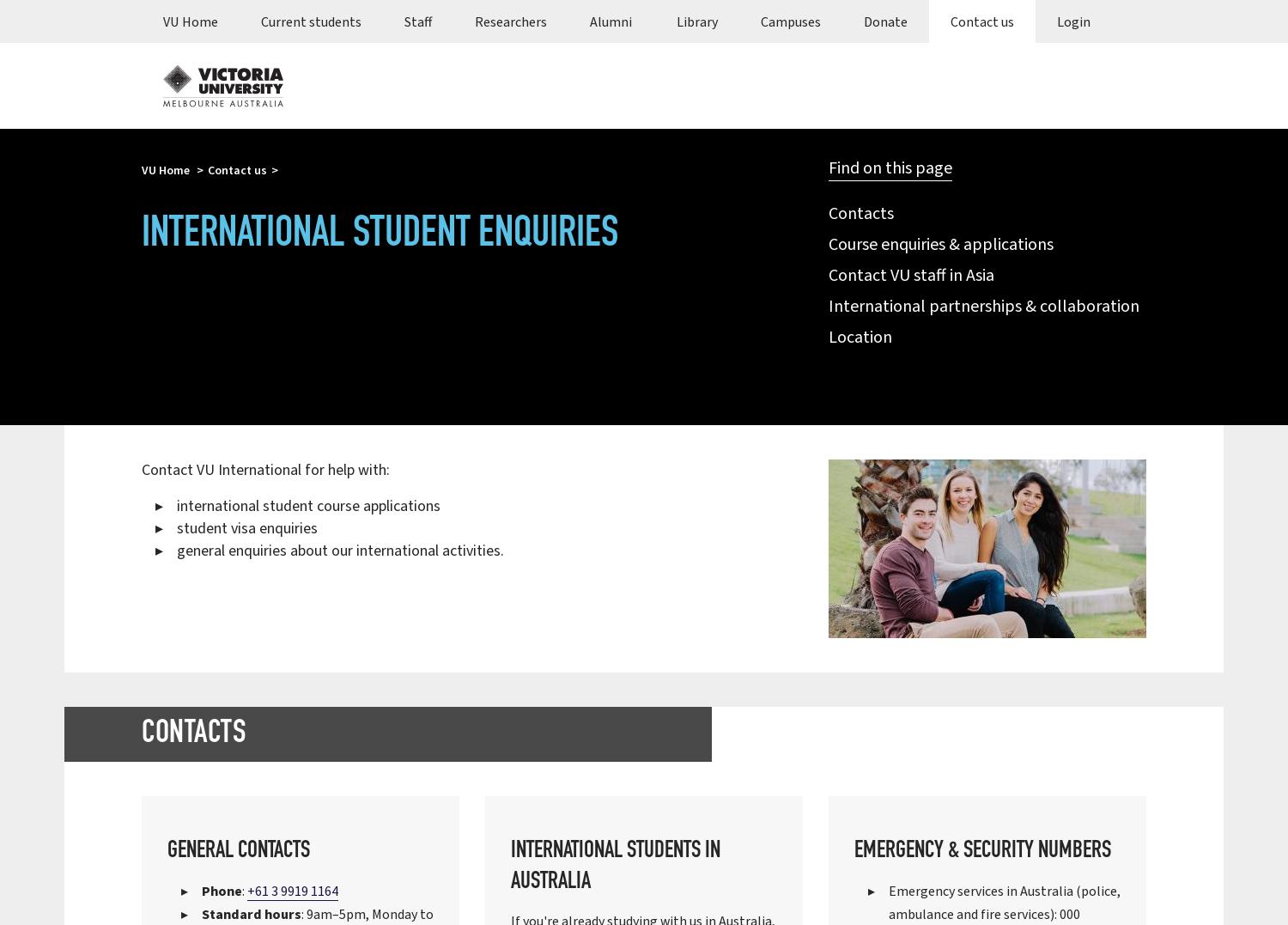  Describe the element at coordinates (307, 505) in the screenshot. I see `'international student course applications'` at that location.